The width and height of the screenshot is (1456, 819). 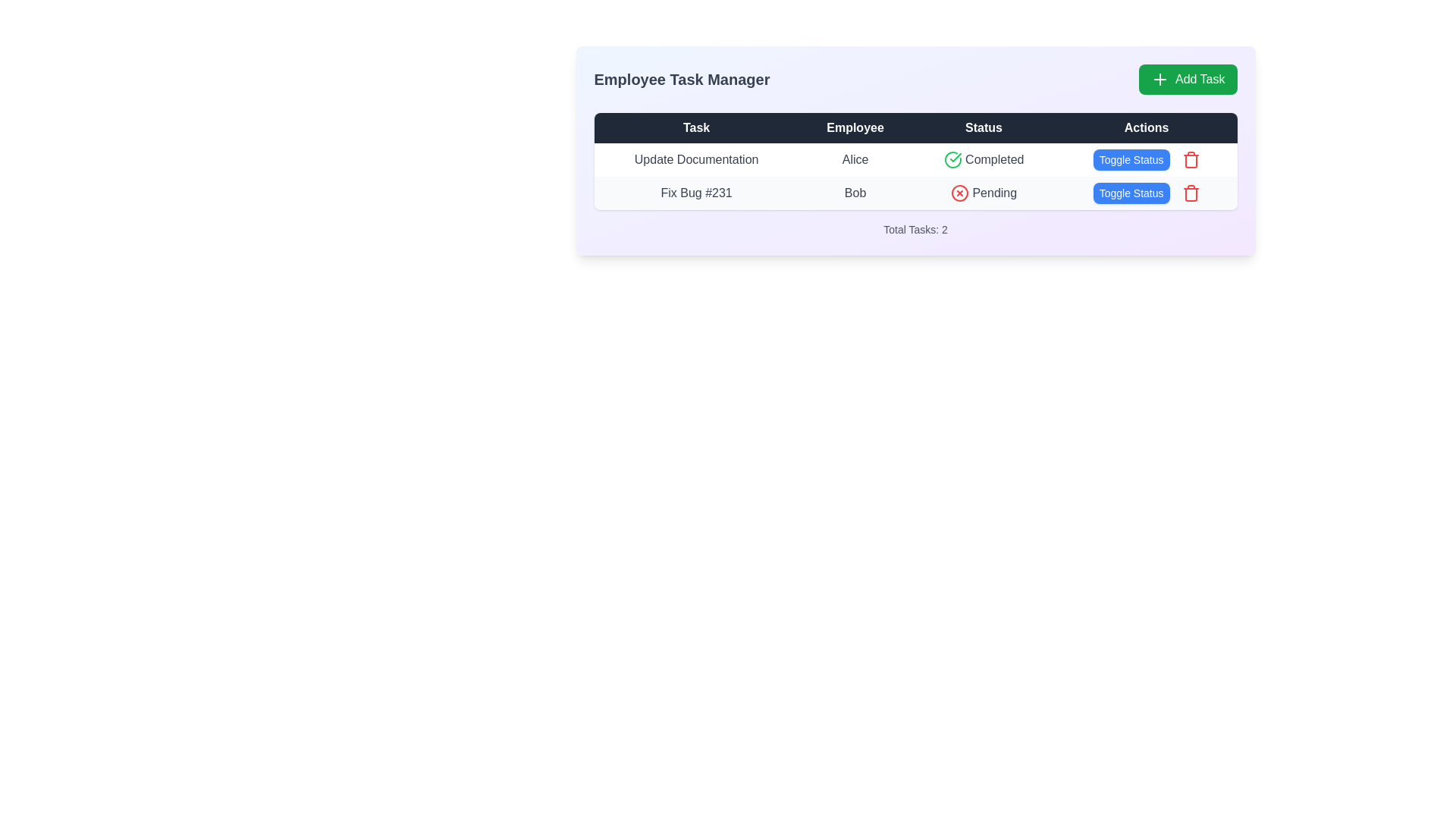 I want to click on the status icon indicating task completion in the manager interface, located in the 'Status' column of the first row, next to the 'Completed' text, so click(x=952, y=160).